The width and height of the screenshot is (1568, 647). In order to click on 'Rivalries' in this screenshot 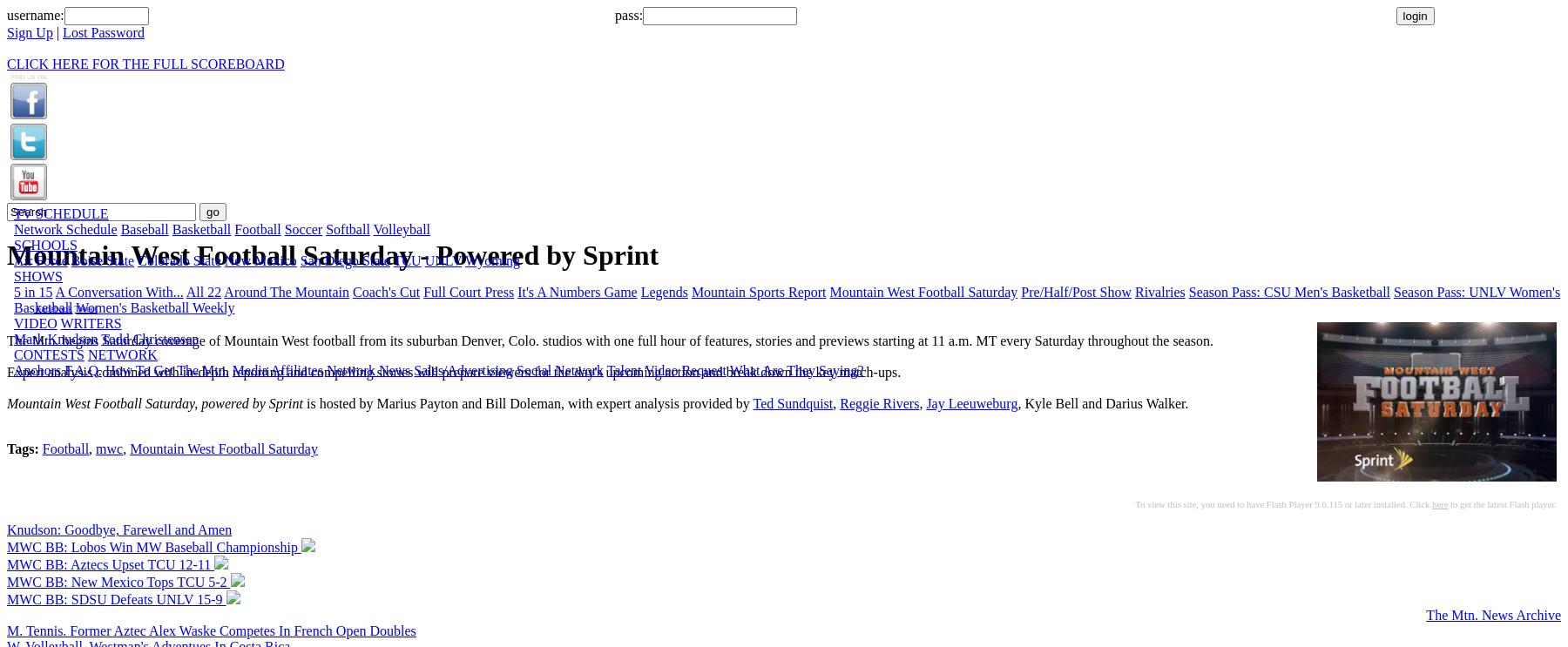, I will do `click(1133, 291)`.